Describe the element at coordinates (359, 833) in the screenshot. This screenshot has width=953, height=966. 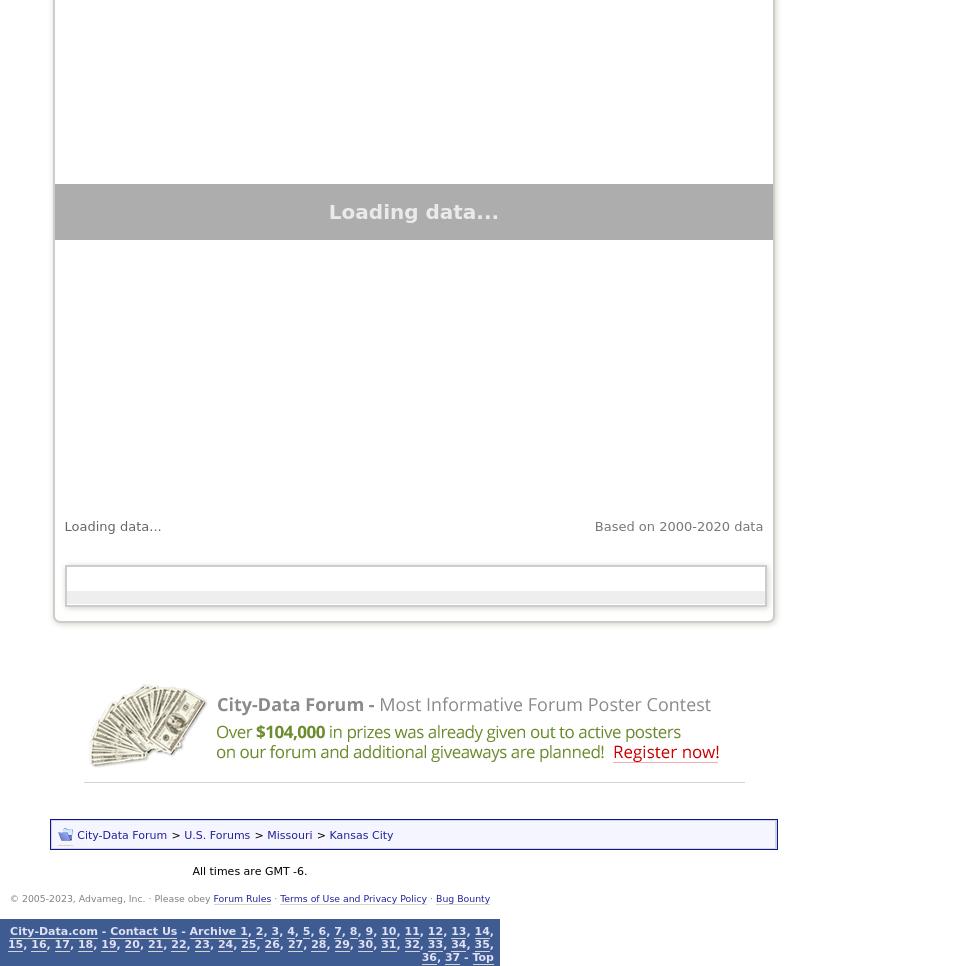
I see `'Kansas City'` at that location.